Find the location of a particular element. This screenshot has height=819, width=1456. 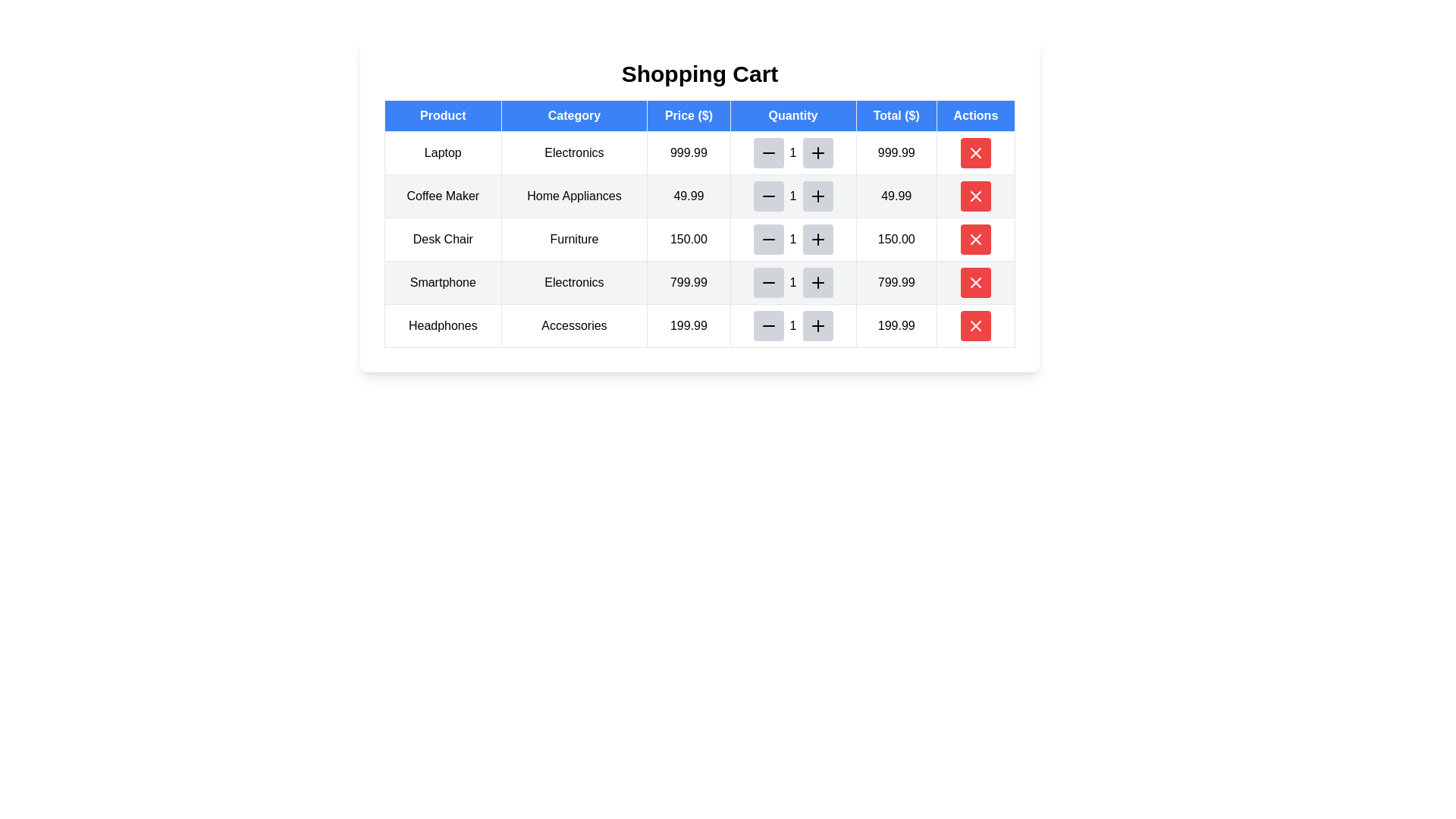

the increment button located in the Quantity column of the fourth row in the shopping cart table for the 'Smartphone' product to increase the quantity is located at coordinates (817, 283).